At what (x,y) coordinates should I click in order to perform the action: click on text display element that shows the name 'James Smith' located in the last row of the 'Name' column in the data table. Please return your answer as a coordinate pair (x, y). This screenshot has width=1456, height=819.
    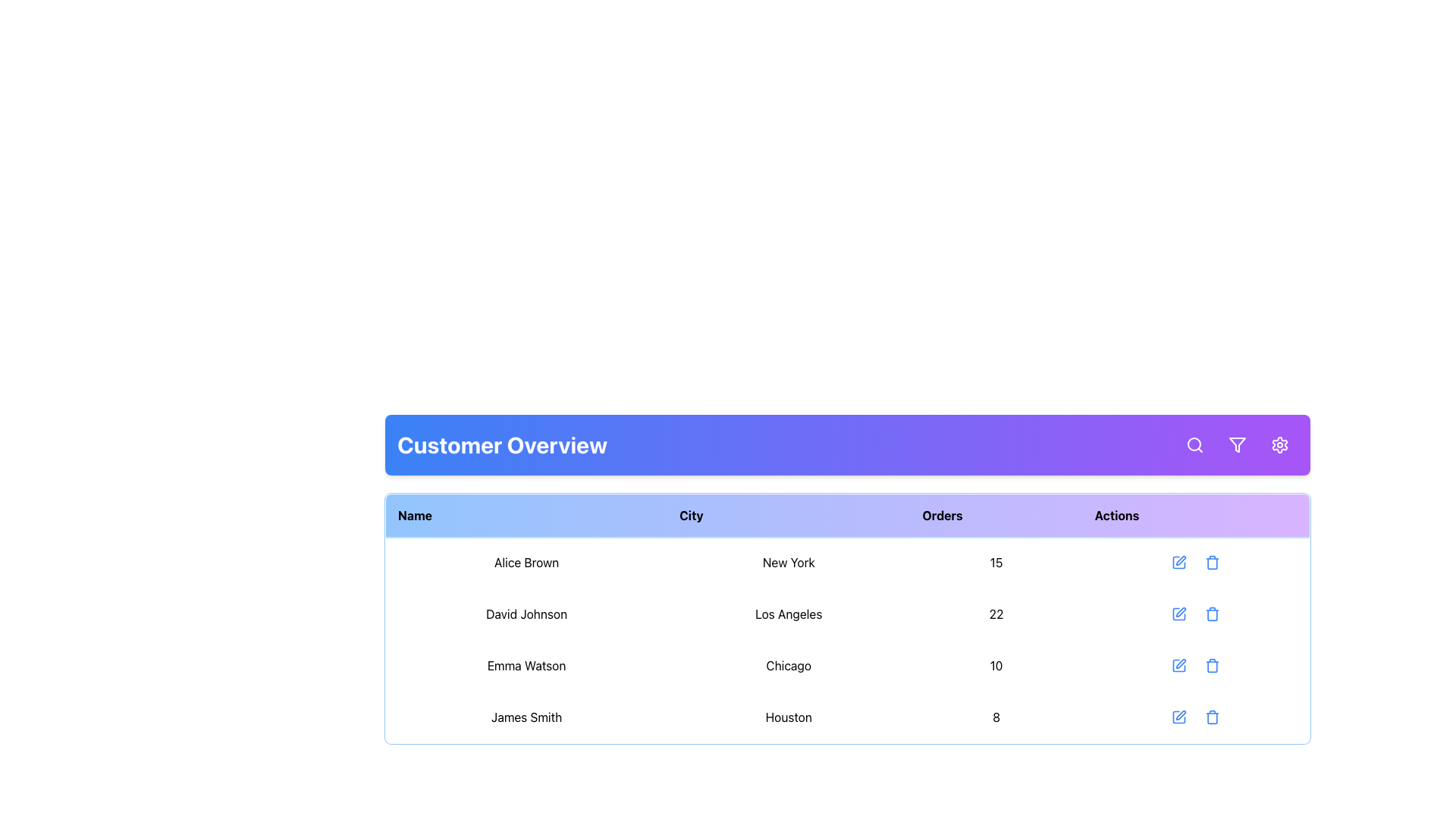
    Looking at the image, I should click on (526, 717).